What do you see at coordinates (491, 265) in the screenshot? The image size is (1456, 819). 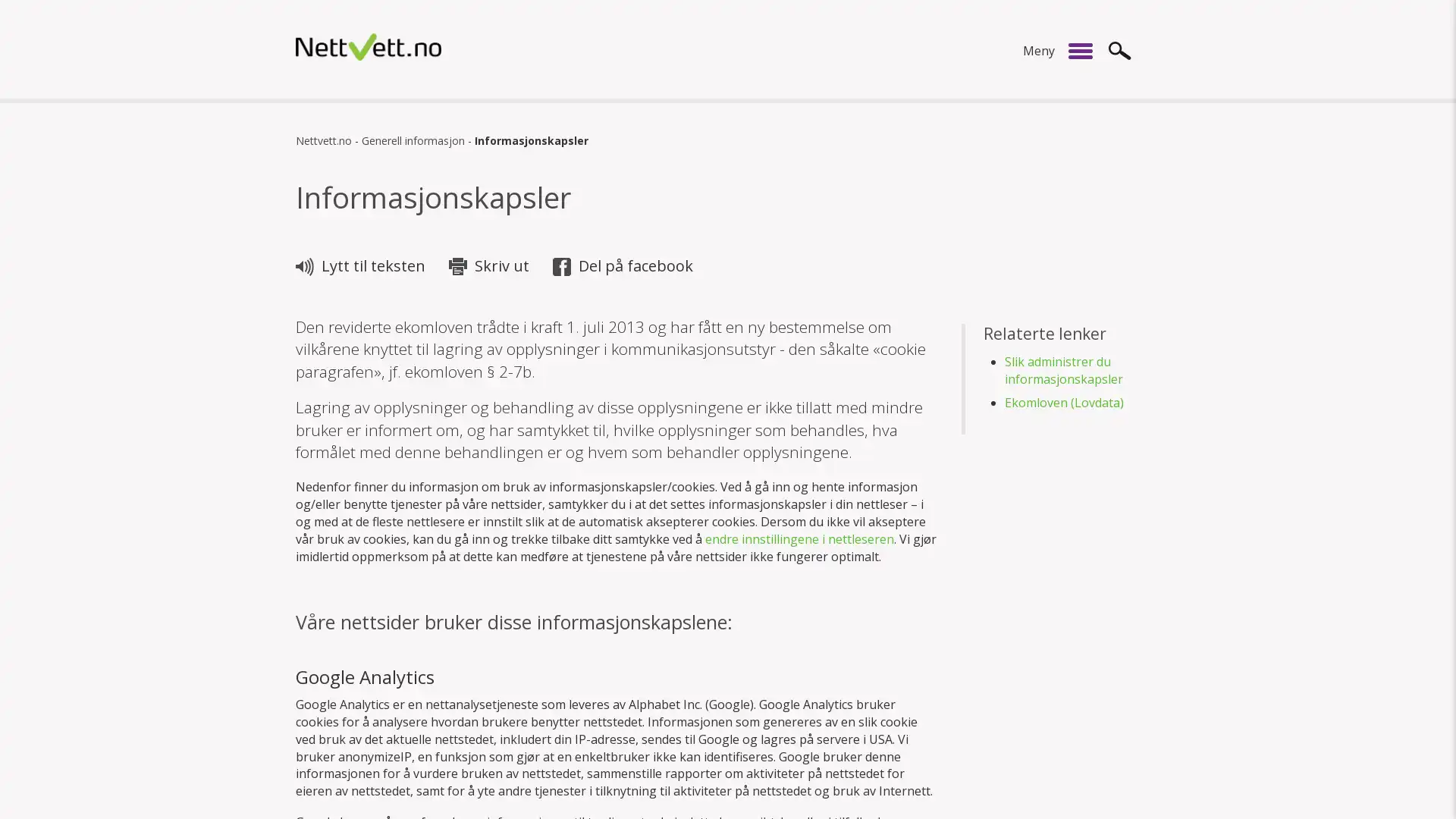 I see `Skriv ut` at bounding box center [491, 265].